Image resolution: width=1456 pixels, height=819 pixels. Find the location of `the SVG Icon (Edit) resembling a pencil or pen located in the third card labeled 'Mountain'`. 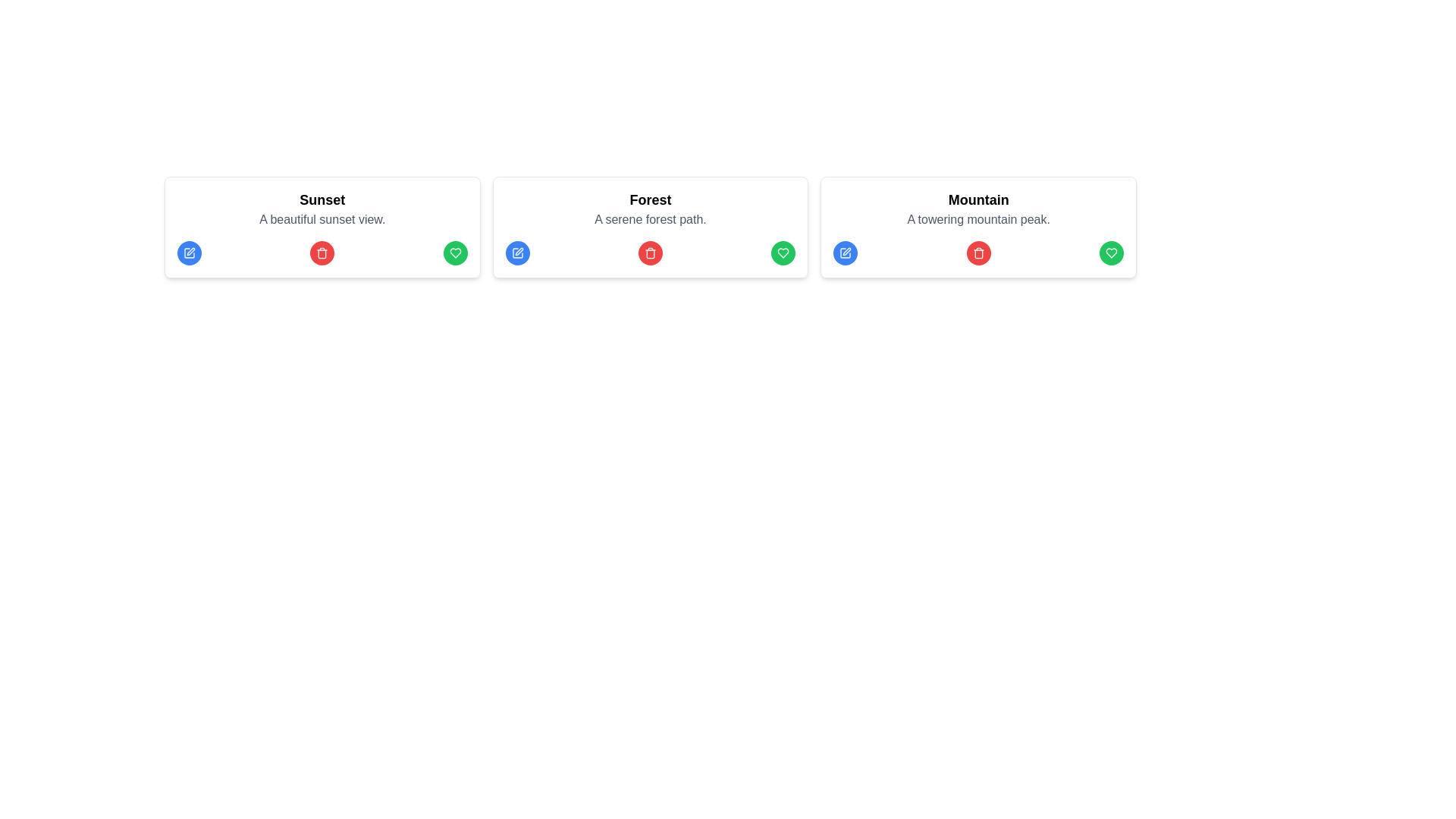

the SVG Icon (Edit) resembling a pencil or pen located in the third card labeled 'Mountain' is located at coordinates (846, 250).